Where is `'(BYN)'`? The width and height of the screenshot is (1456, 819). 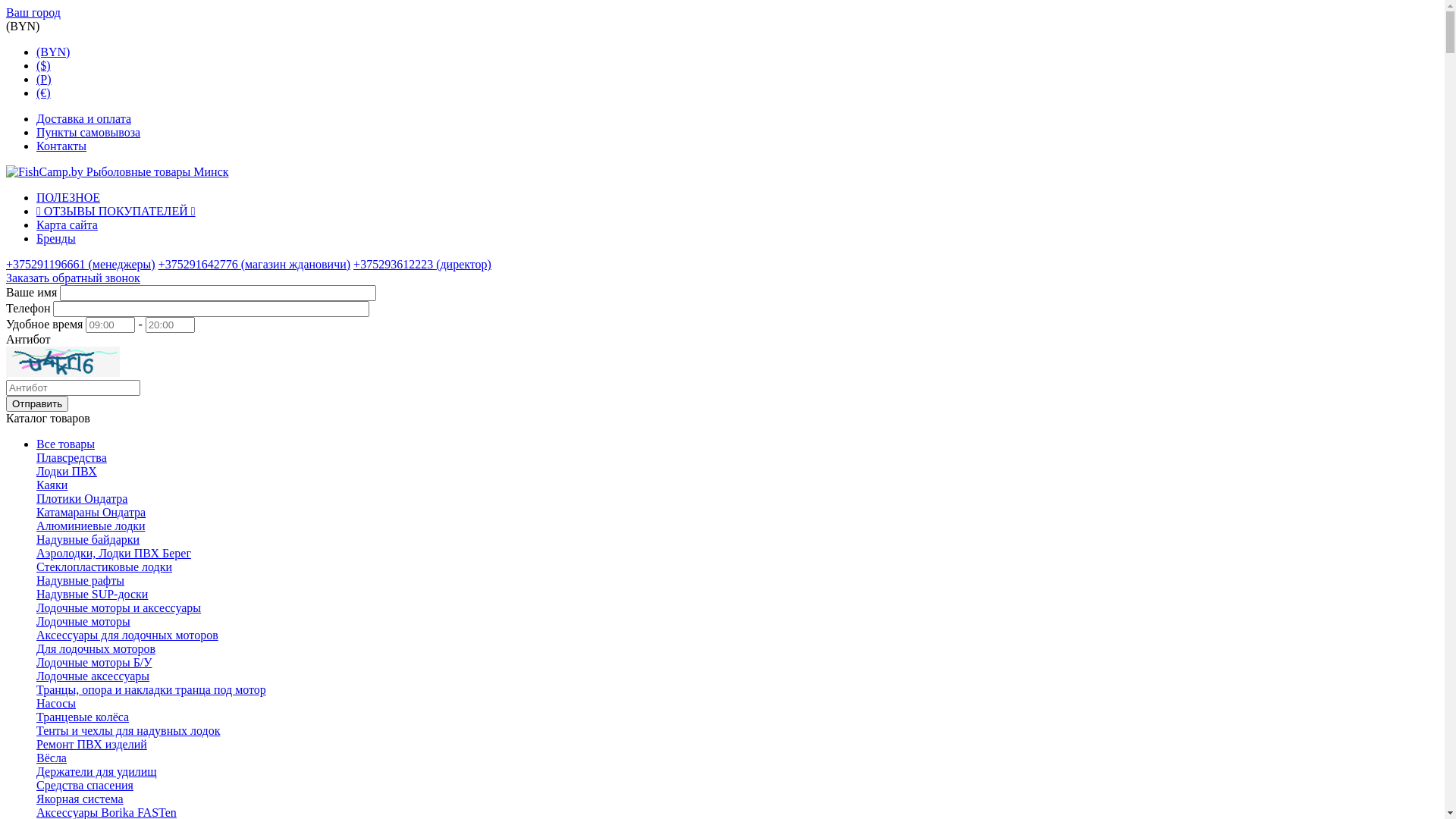
'(BYN)' is located at coordinates (22, 26).